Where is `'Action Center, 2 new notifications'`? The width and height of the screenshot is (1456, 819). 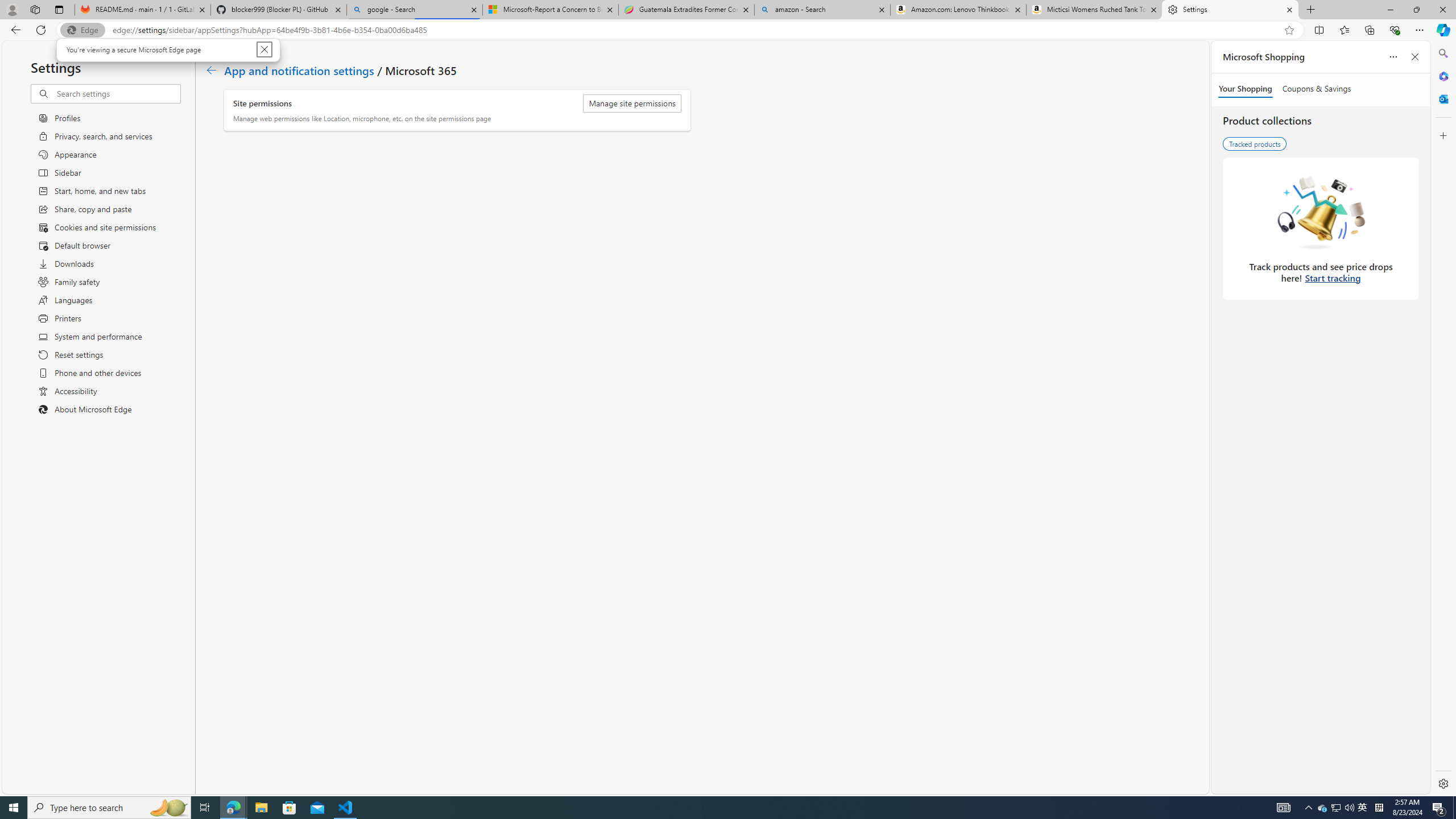
'Action Center, 2 new notifications' is located at coordinates (1439, 806).